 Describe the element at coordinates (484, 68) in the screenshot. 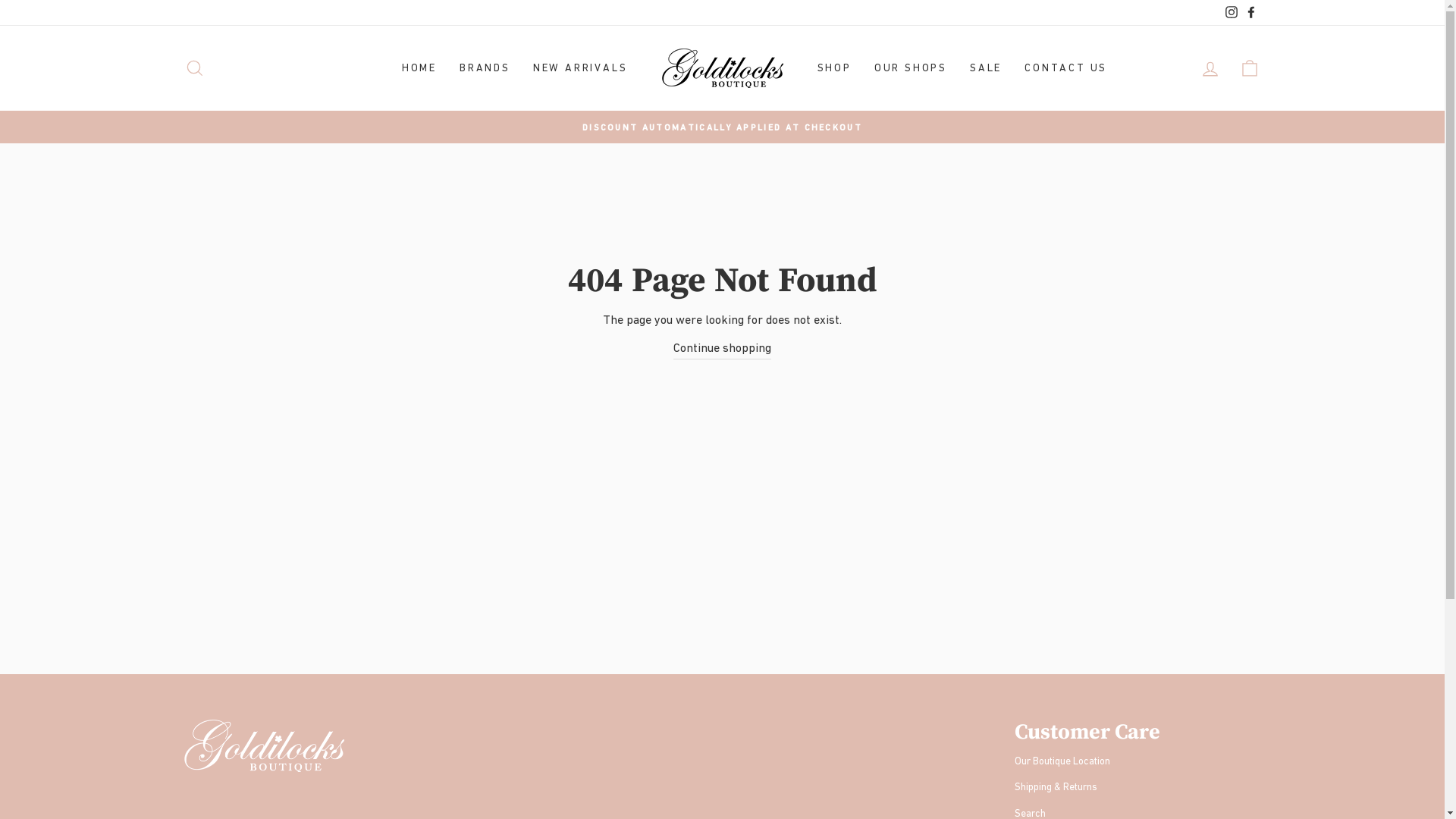

I see `'BRANDS'` at that location.